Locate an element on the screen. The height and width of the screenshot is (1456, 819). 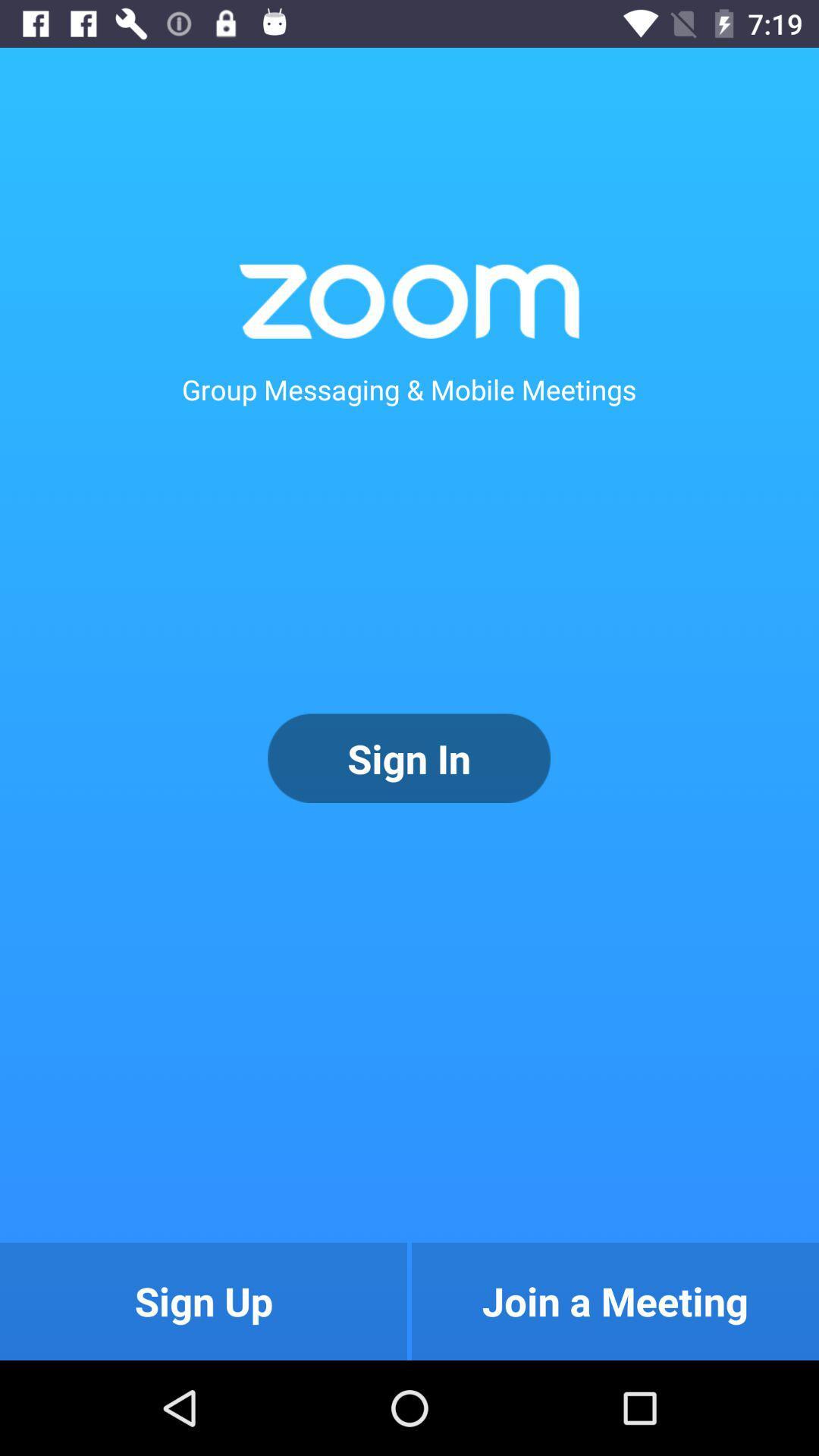
the button next to the sign up icon is located at coordinates (615, 1301).